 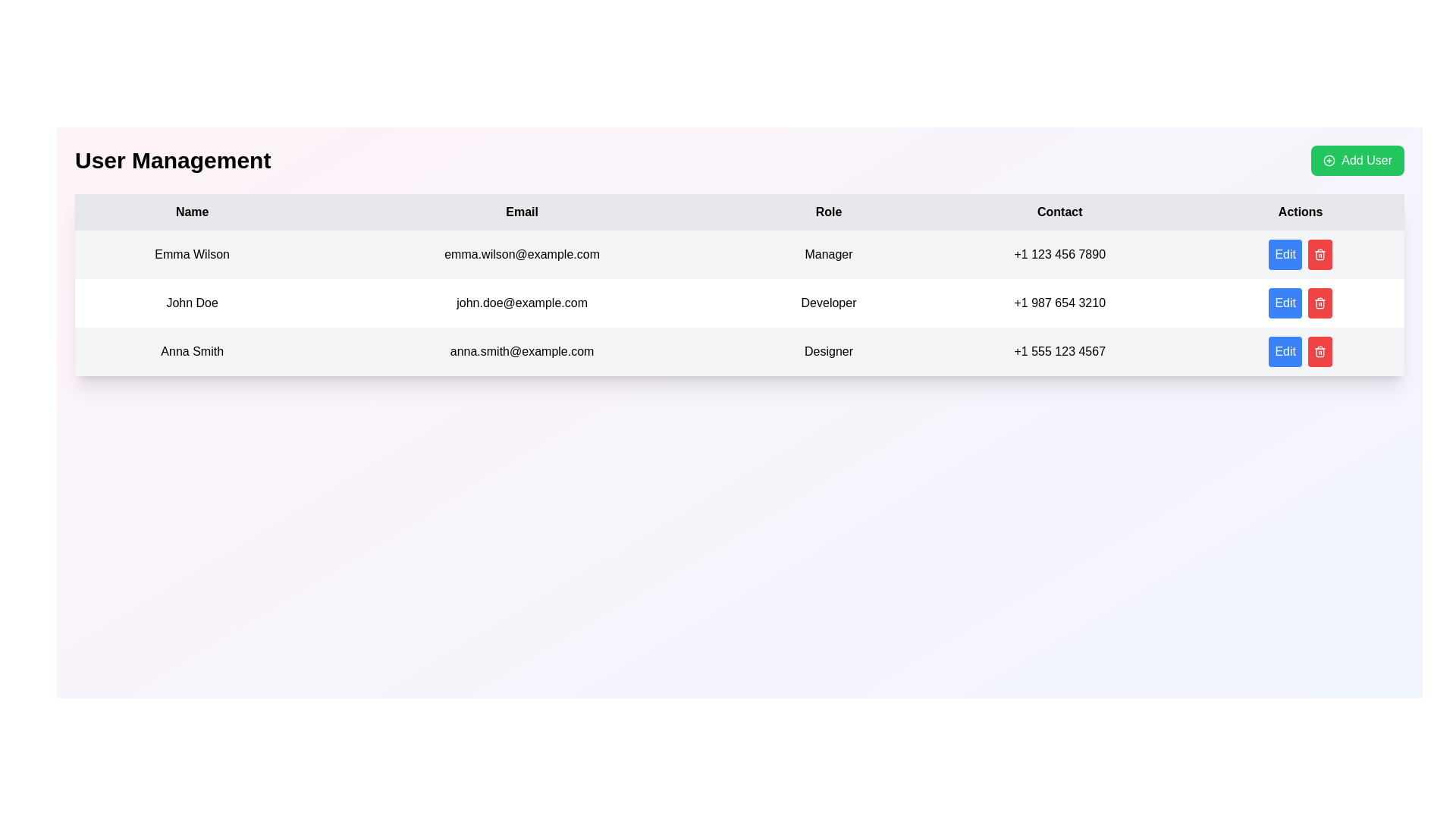 I want to click on the blue 'Edit' button with rounded corners in the Actions column of the second row to observe style changes, so click(x=1285, y=253).